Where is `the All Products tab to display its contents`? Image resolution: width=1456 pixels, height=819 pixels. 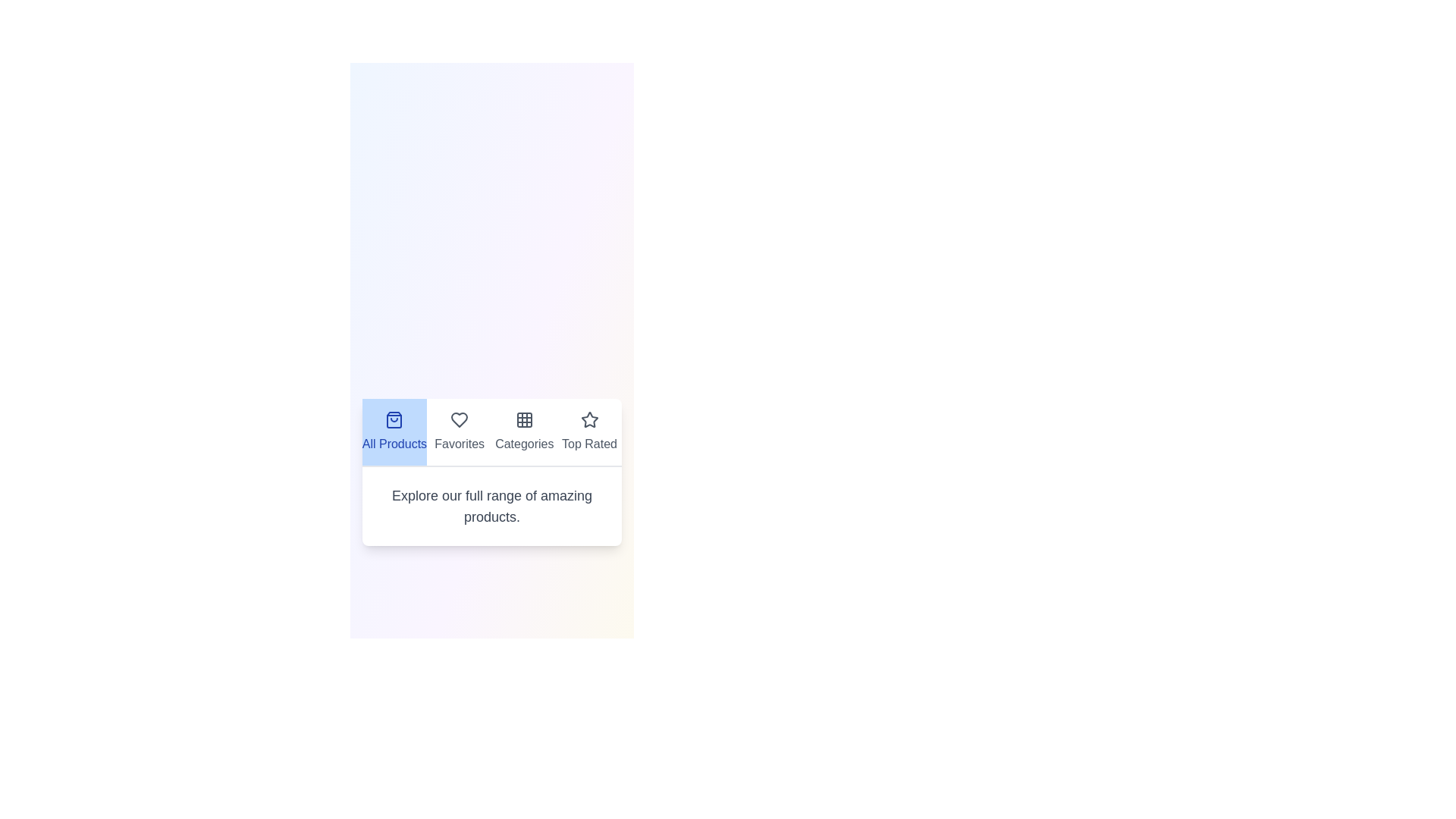
the All Products tab to display its contents is located at coordinates (394, 432).